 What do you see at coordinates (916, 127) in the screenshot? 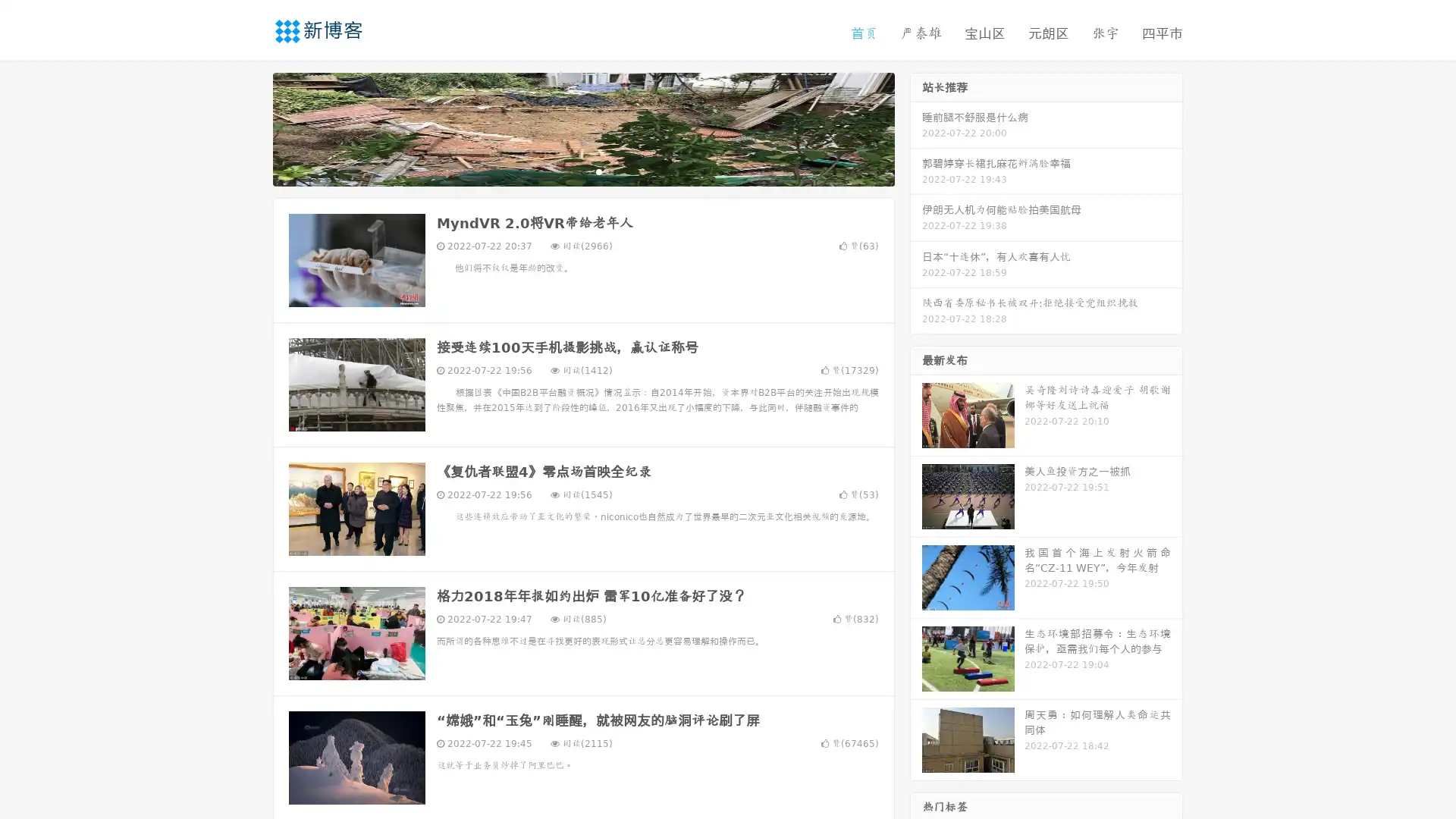
I see `Next slide` at bounding box center [916, 127].